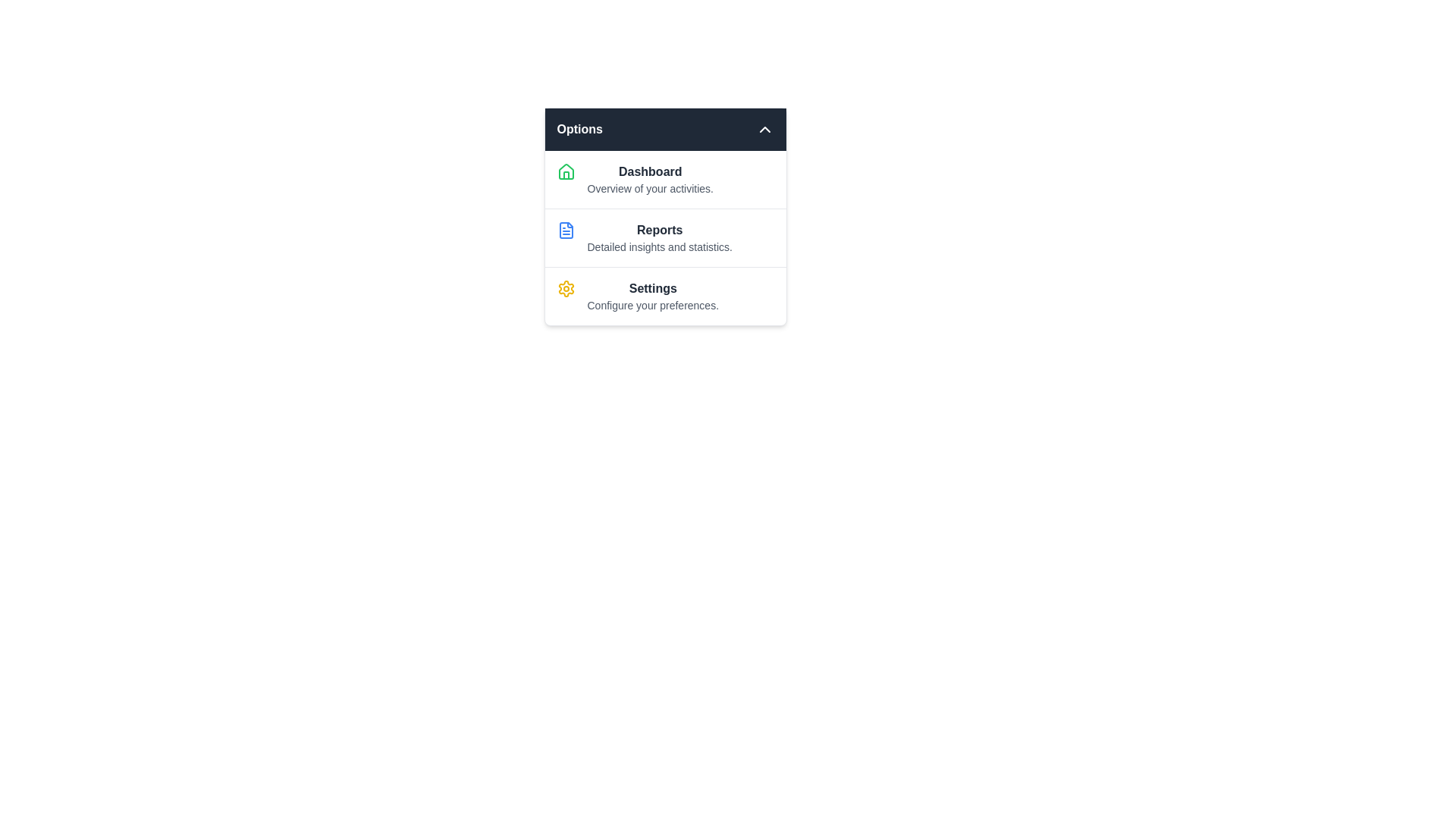  Describe the element at coordinates (650, 188) in the screenshot. I see `text string that says 'Overview of your activities.' which is styled in gray and positioned beneath the bold 'Dashboard' heading` at that location.